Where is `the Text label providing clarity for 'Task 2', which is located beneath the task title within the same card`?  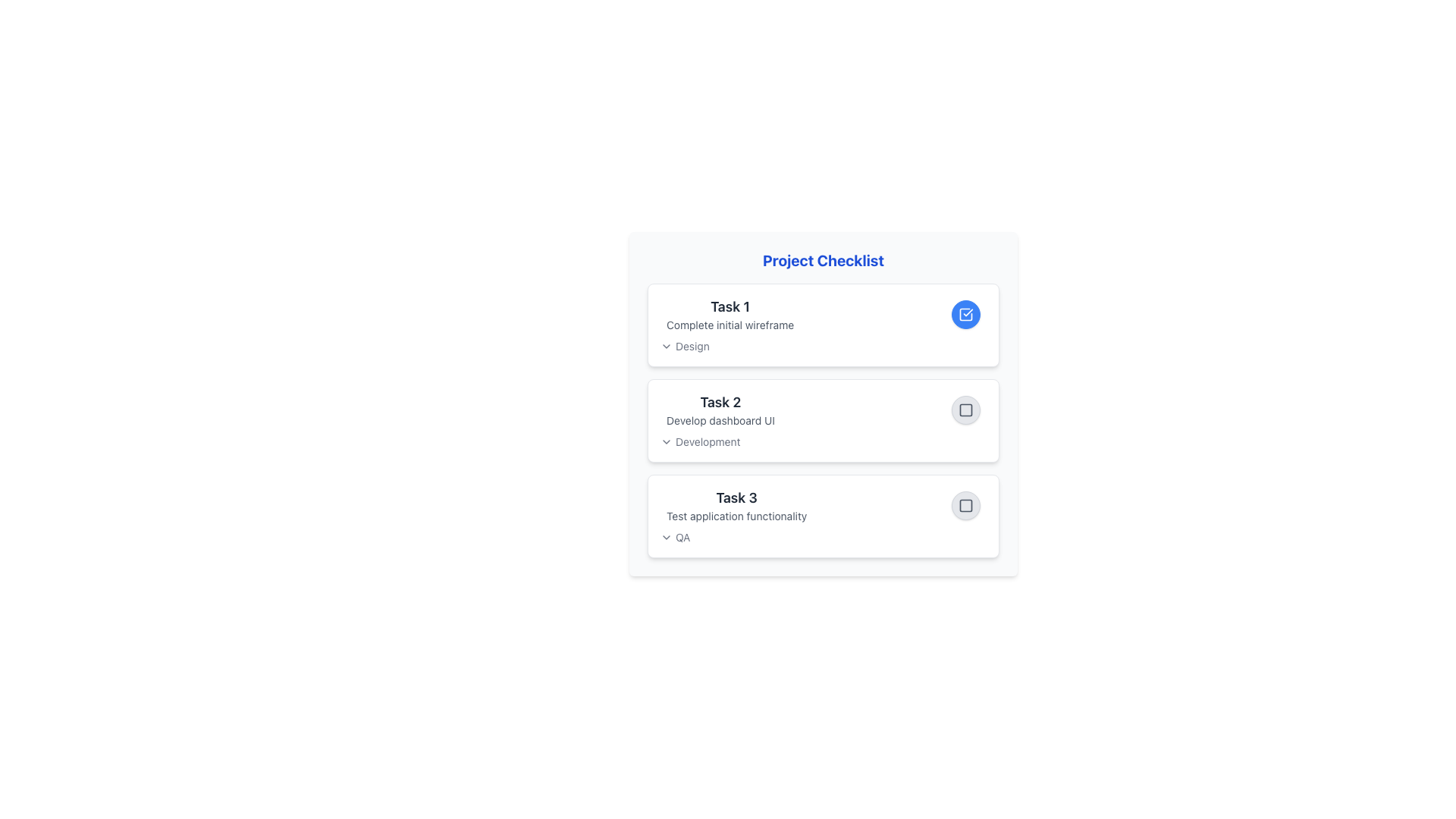
the Text label providing clarity for 'Task 2', which is located beneath the task title within the same card is located at coordinates (720, 421).